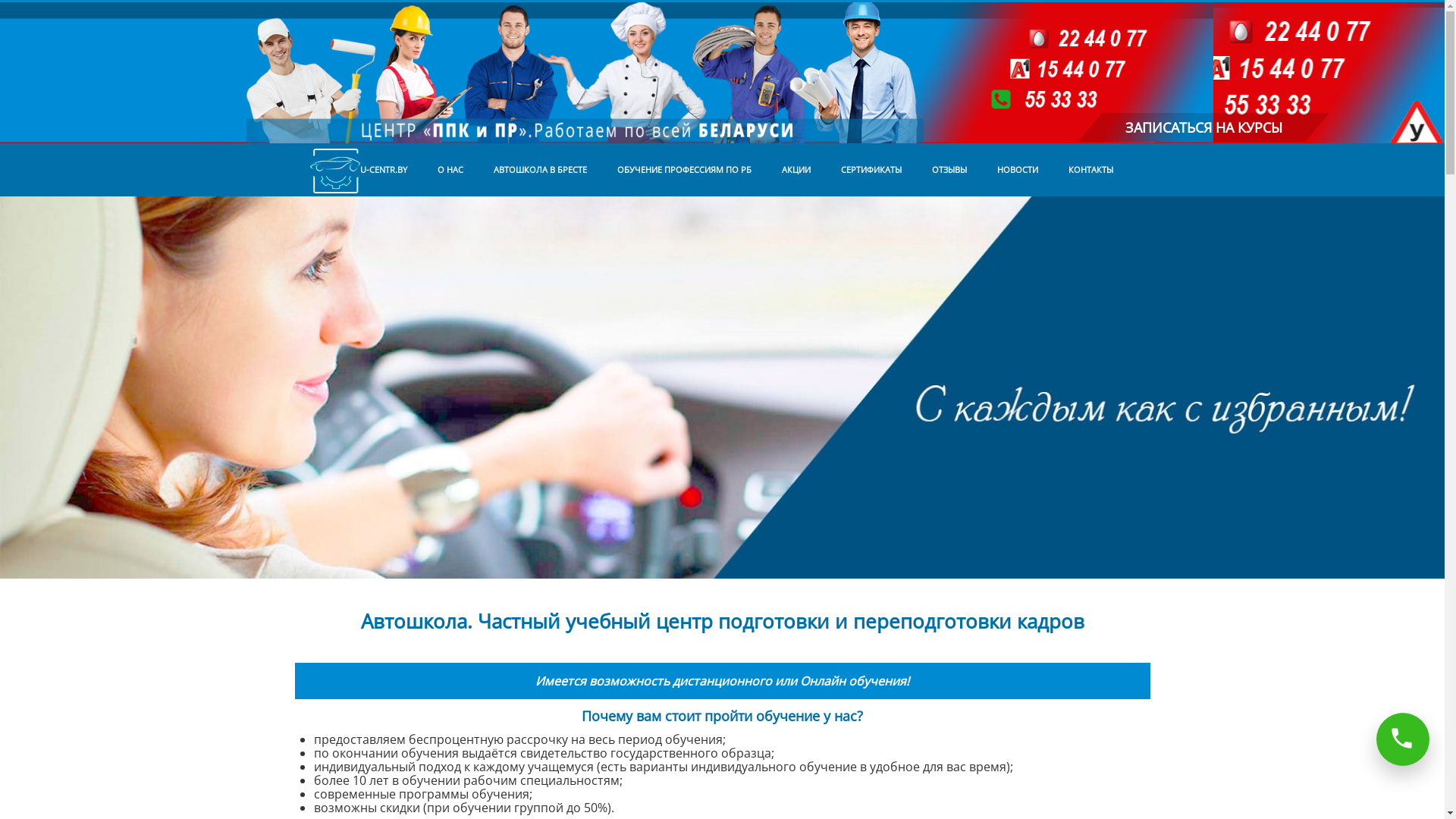  Describe the element at coordinates (356, 169) in the screenshot. I see `'U-CENTR.BY'` at that location.